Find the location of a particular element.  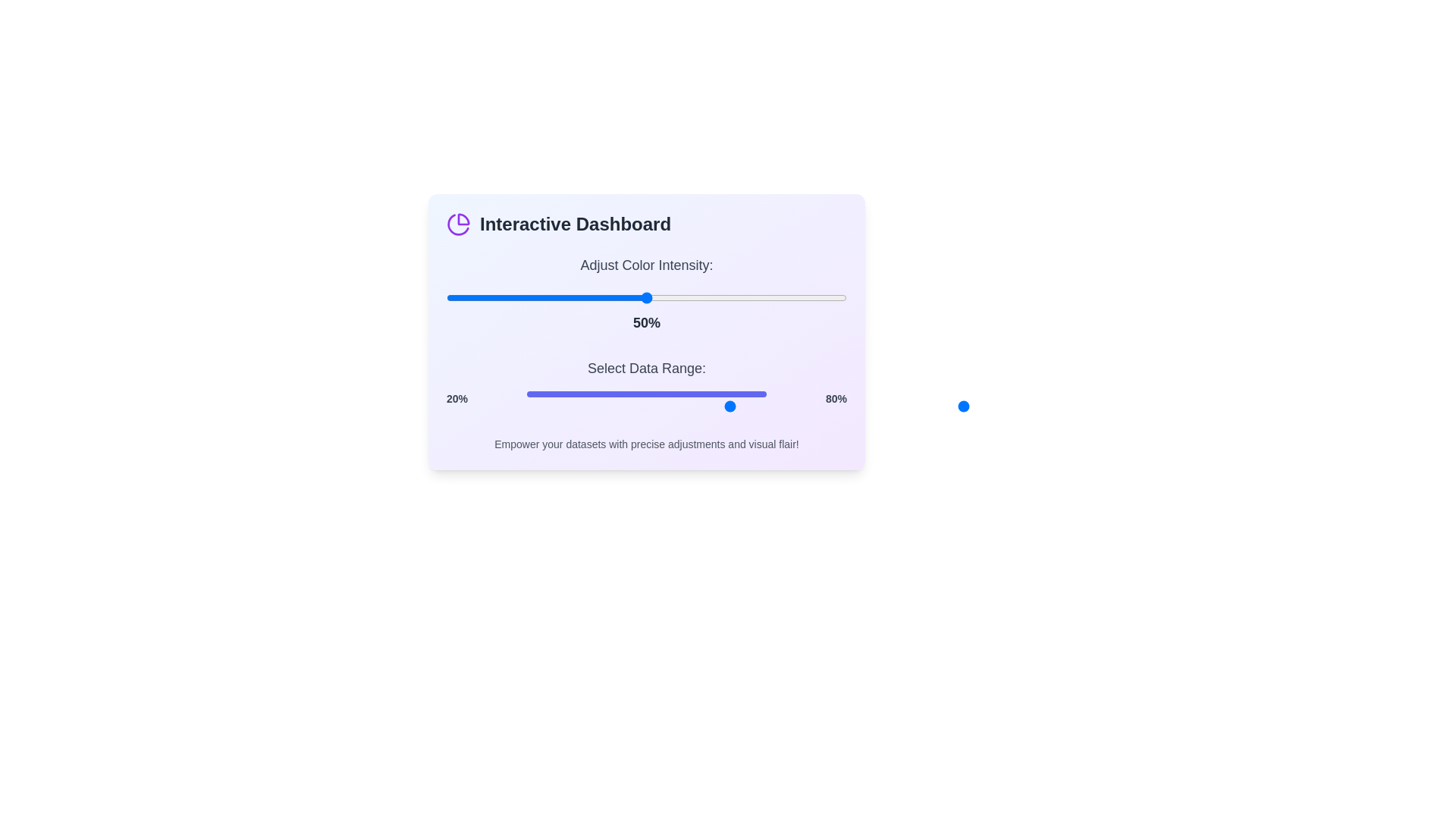

the color intensity is located at coordinates (701, 298).